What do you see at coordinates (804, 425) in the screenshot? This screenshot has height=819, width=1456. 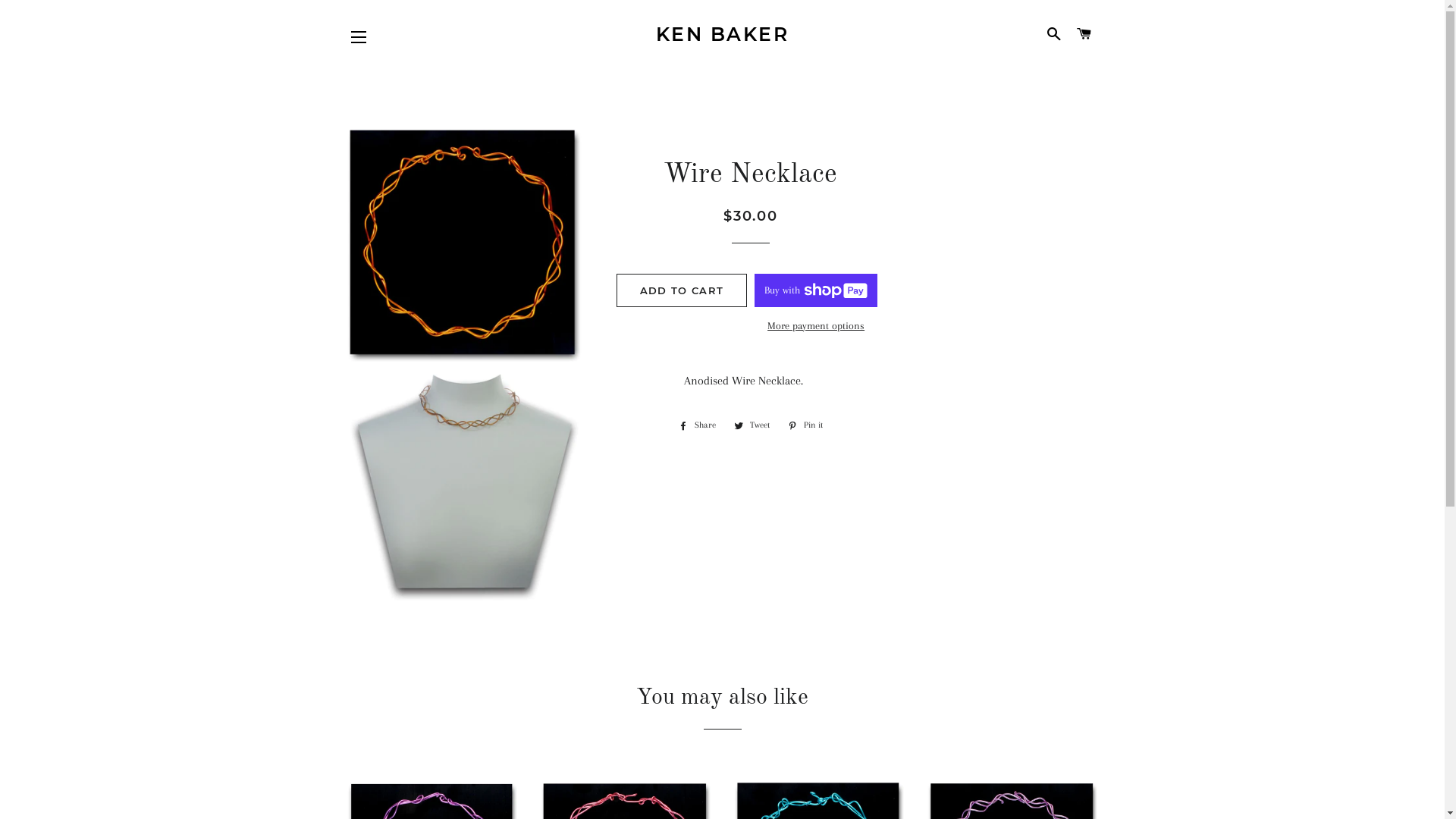 I see `'Pin it` at bounding box center [804, 425].